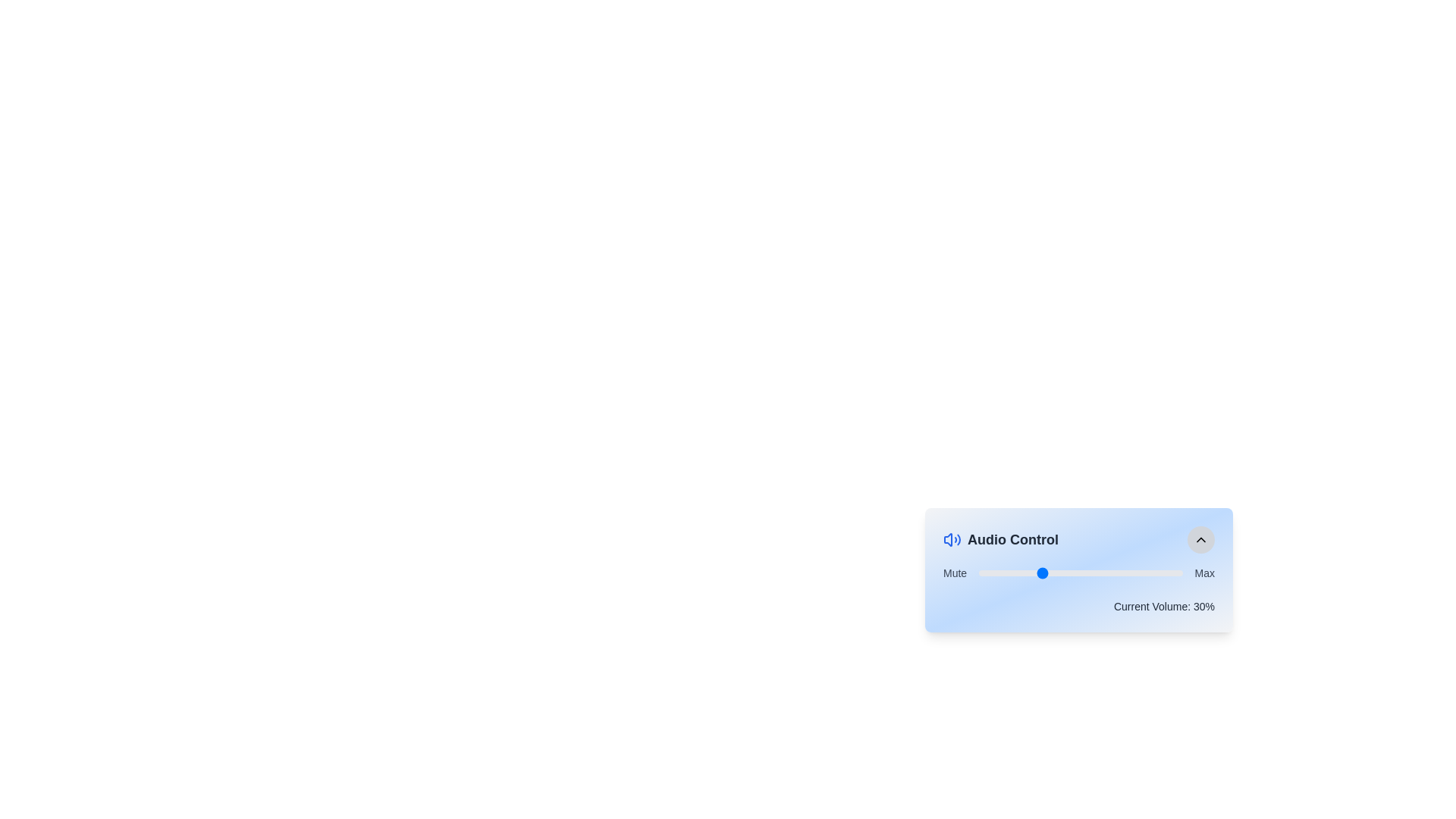 This screenshot has height=819, width=1456. What do you see at coordinates (1056, 573) in the screenshot?
I see `the volume level` at bounding box center [1056, 573].